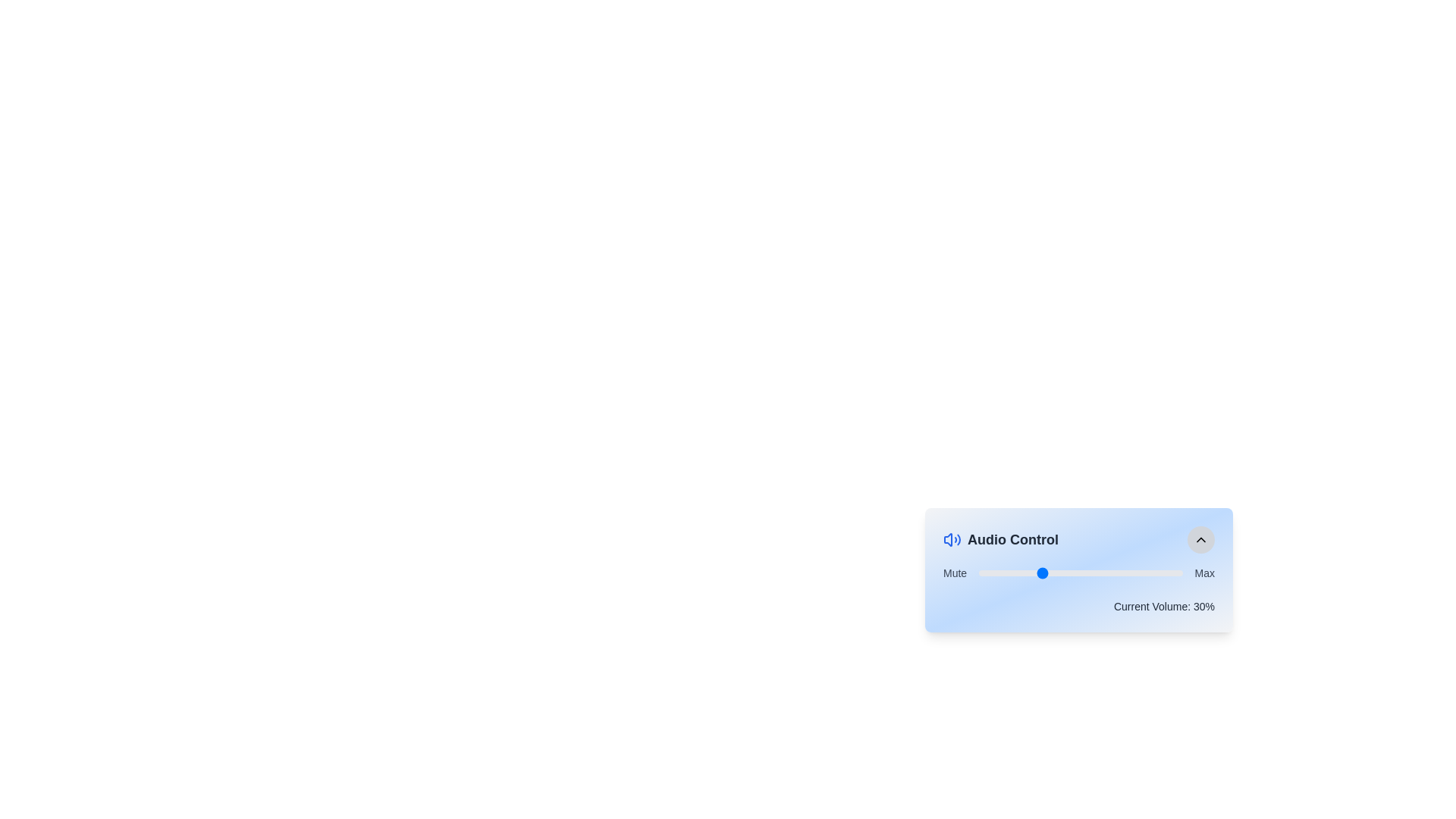 This screenshot has height=819, width=1456. What do you see at coordinates (1056, 573) in the screenshot?
I see `the volume level` at bounding box center [1056, 573].